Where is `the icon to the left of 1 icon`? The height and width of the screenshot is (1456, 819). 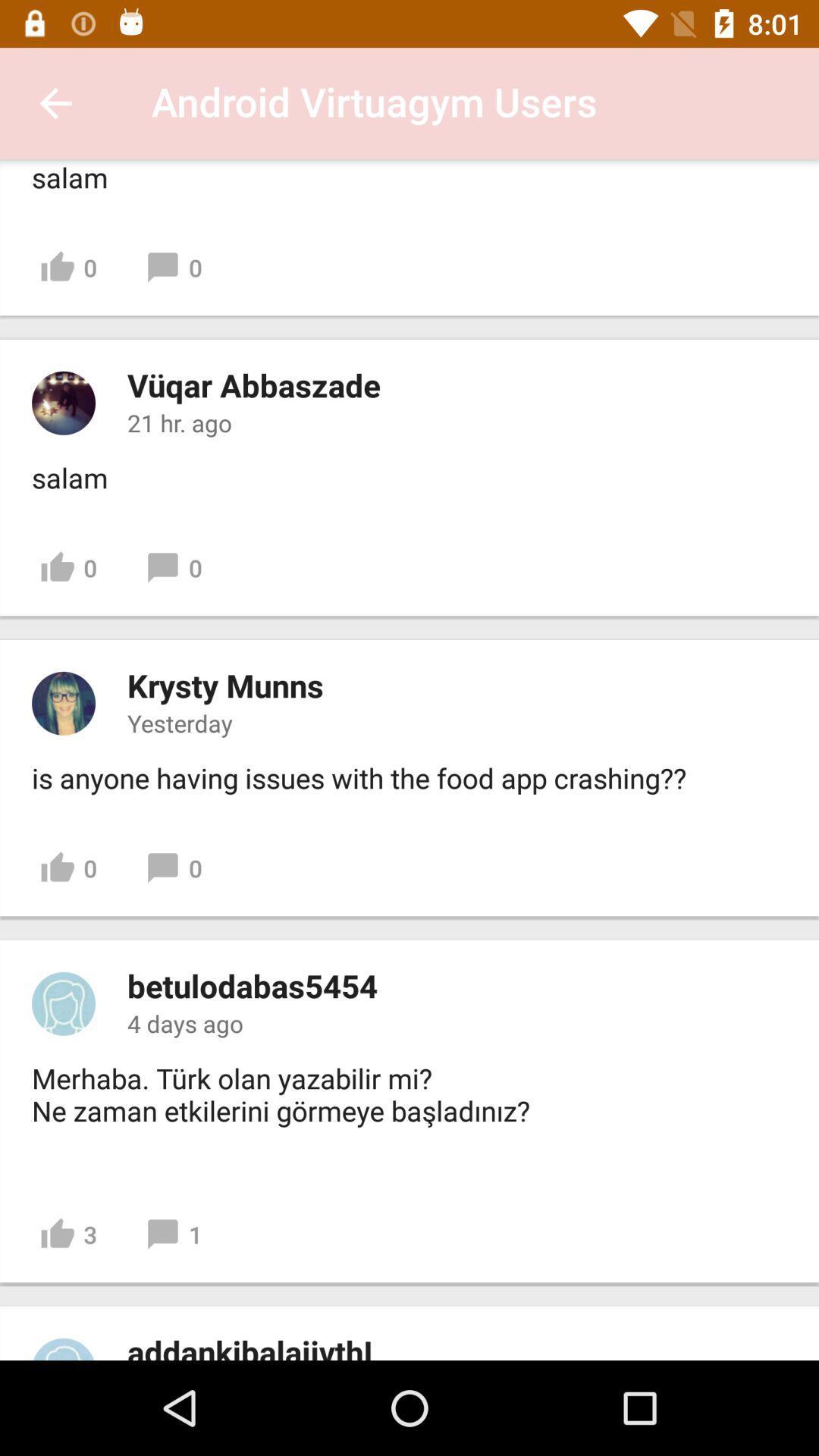 the icon to the left of 1 icon is located at coordinates (68, 1235).